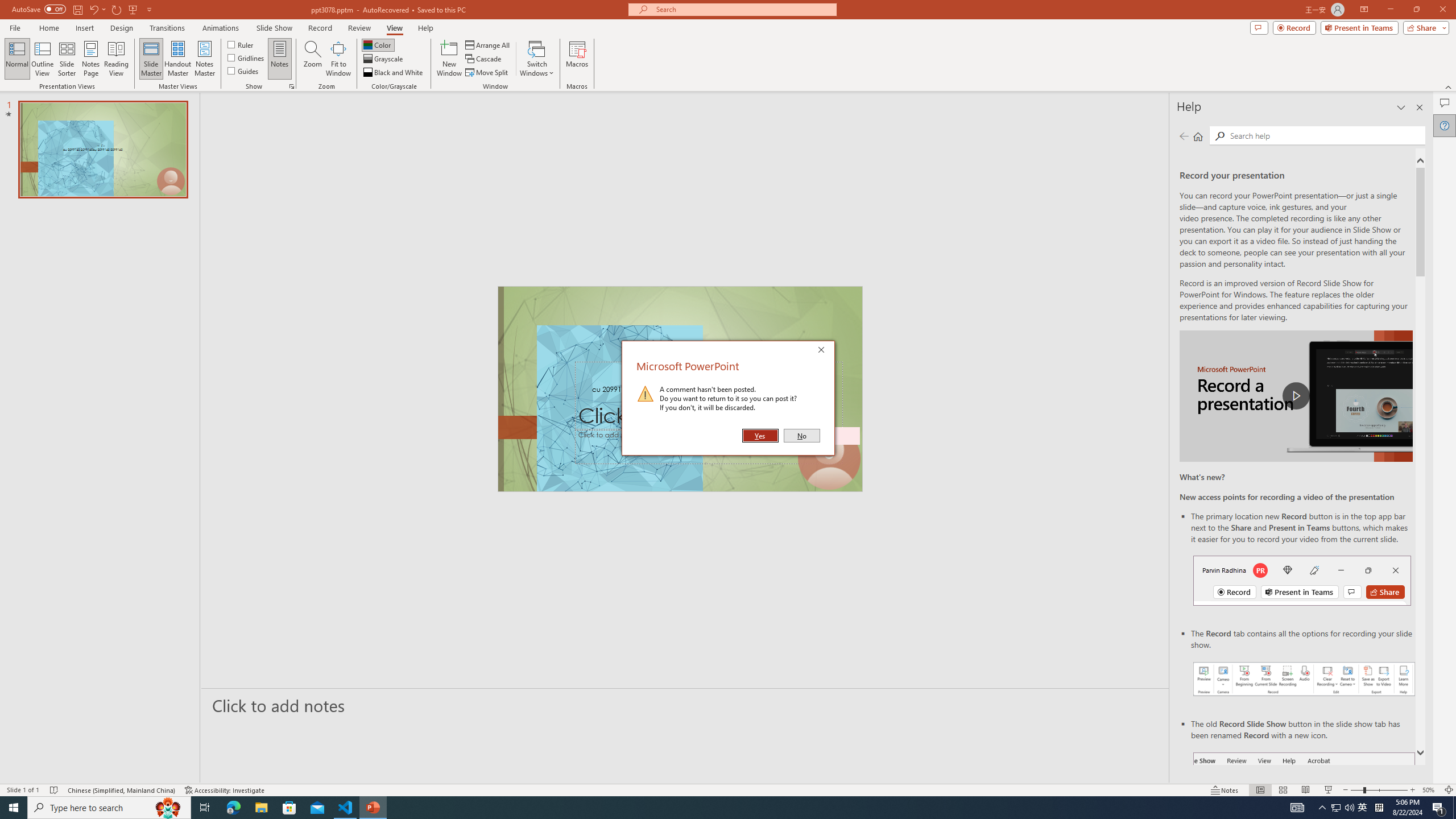  What do you see at coordinates (1301, 580) in the screenshot?
I see `'Record button in top bar'` at bounding box center [1301, 580].